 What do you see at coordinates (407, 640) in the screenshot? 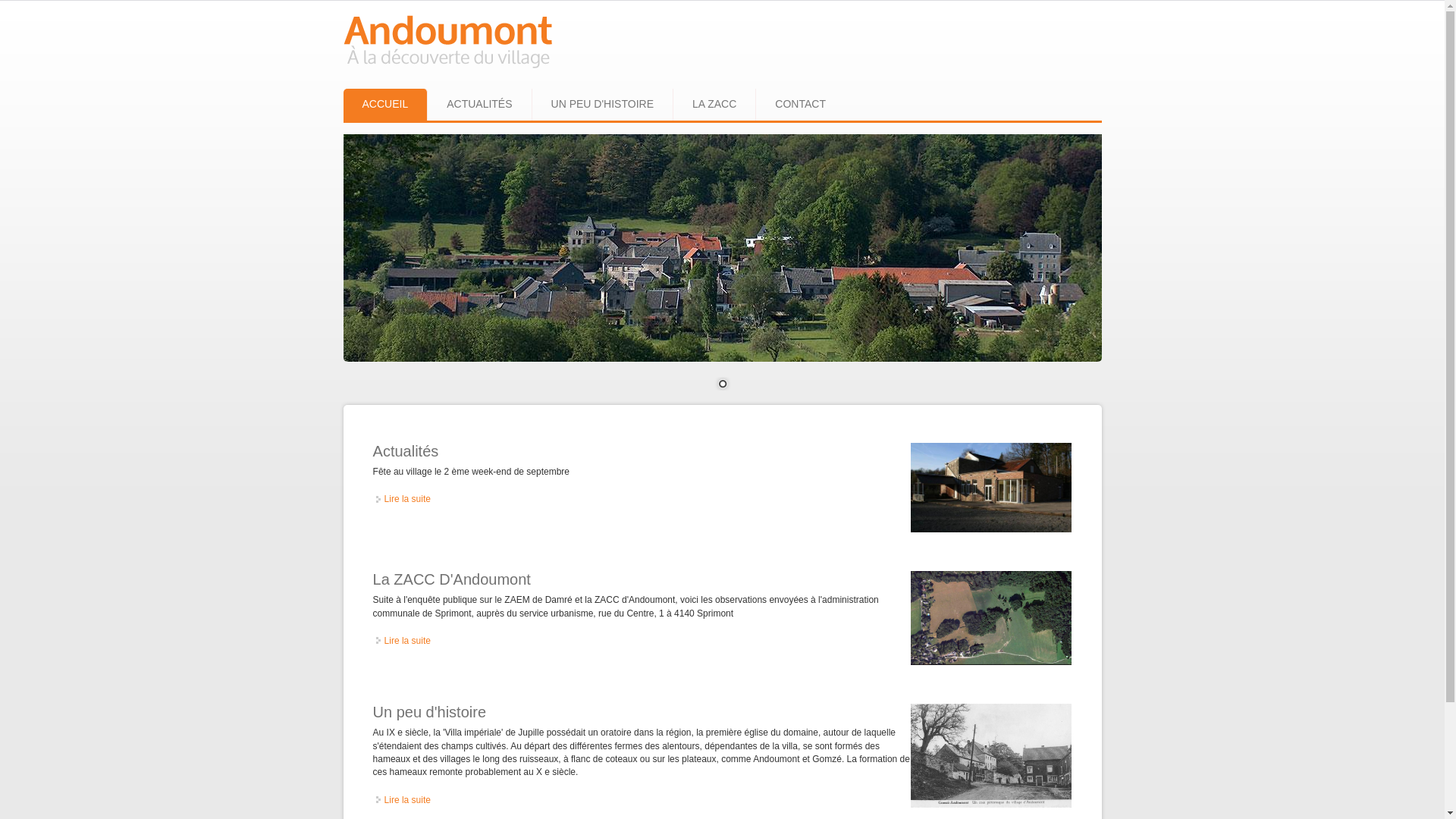
I see `'Lire la suite` at bounding box center [407, 640].